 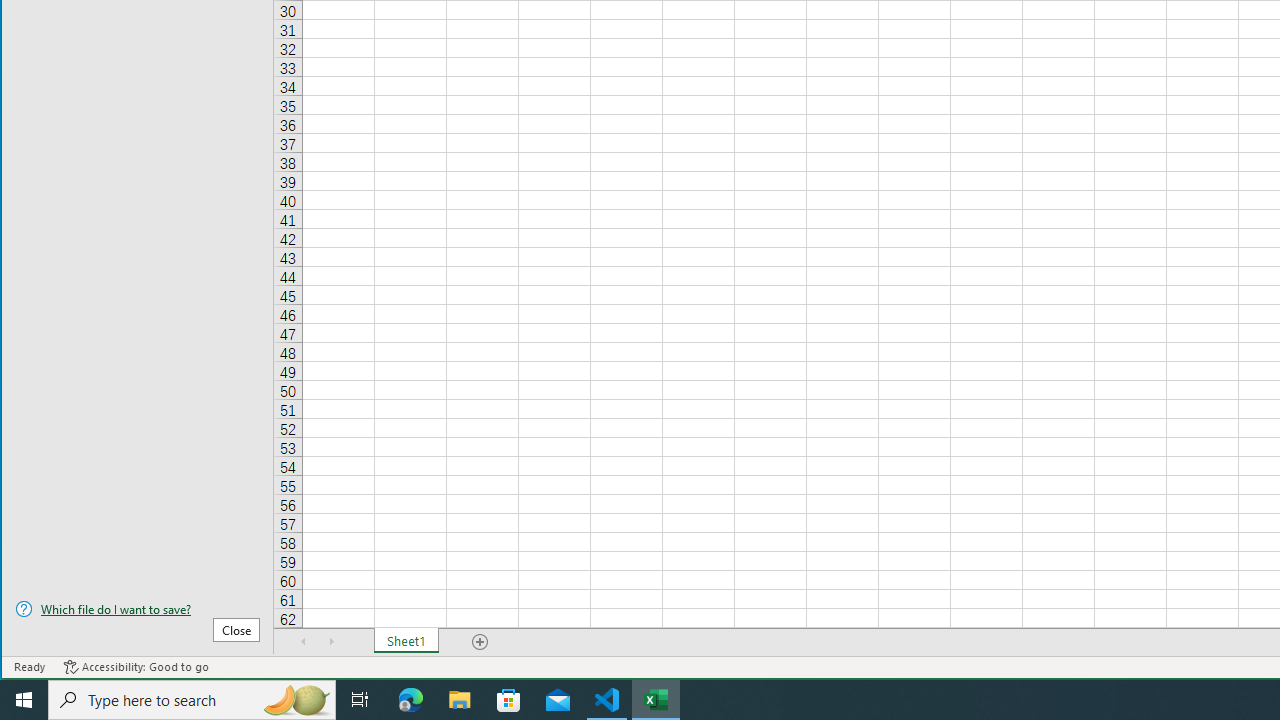 What do you see at coordinates (459, 698) in the screenshot?
I see `'File Explorer'` at bounding box center [459, 698].